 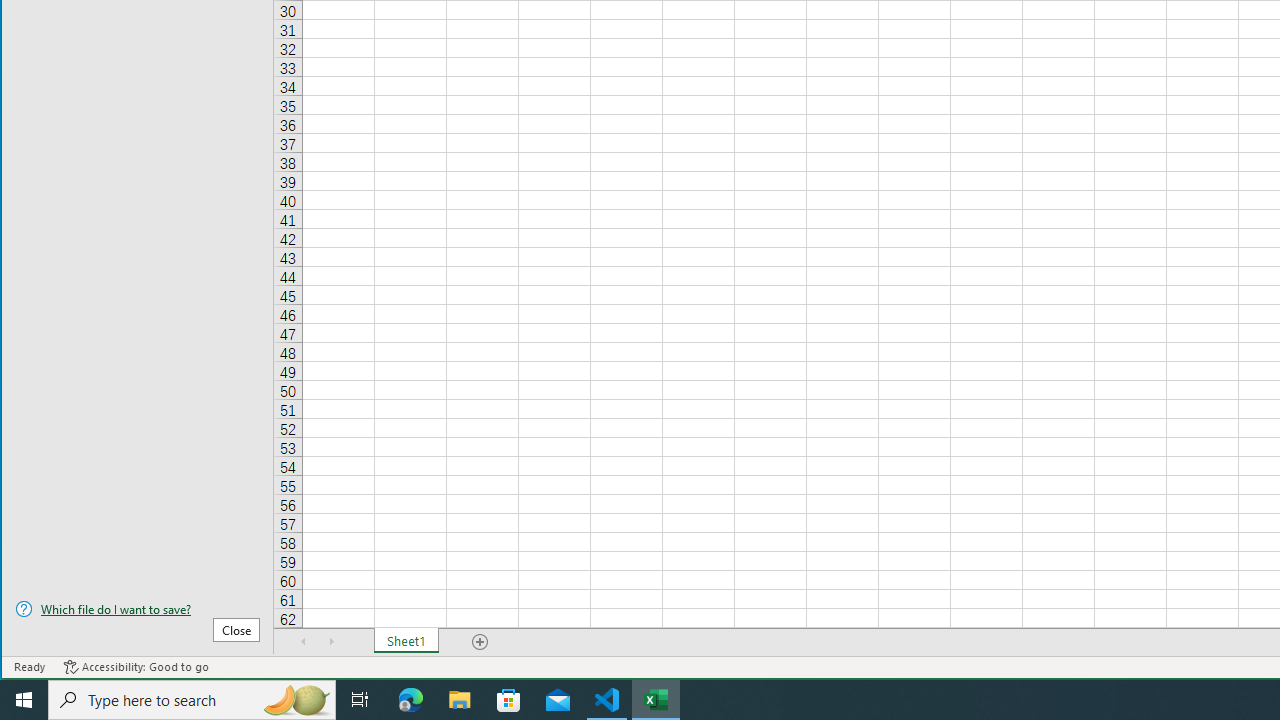 What do you see at coordinates (459, 698) in the screenshot?
I see `'File Explorer'` at bounding box center [459, 698].